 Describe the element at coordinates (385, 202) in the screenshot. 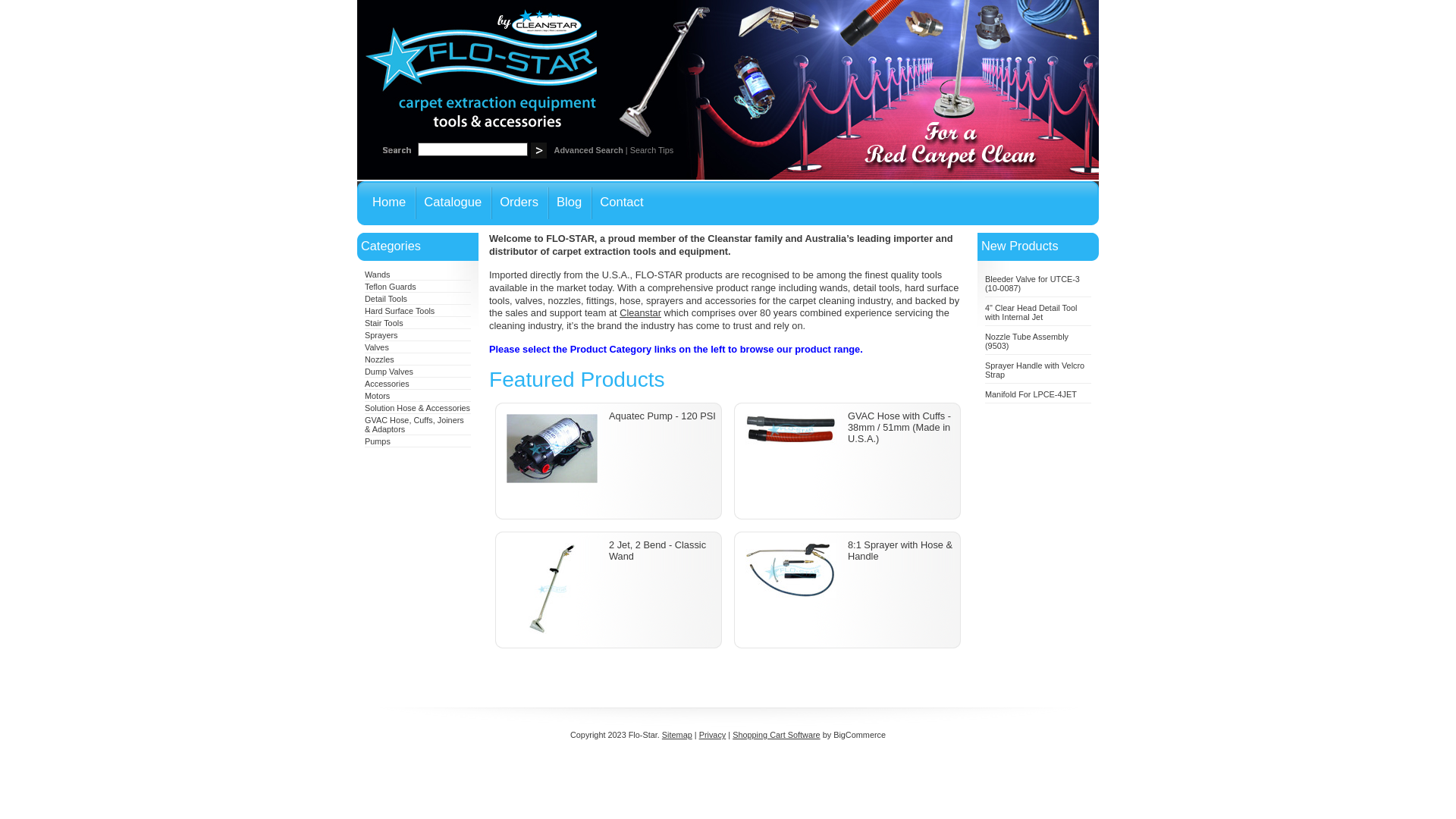

I see `'Home'` at that location.